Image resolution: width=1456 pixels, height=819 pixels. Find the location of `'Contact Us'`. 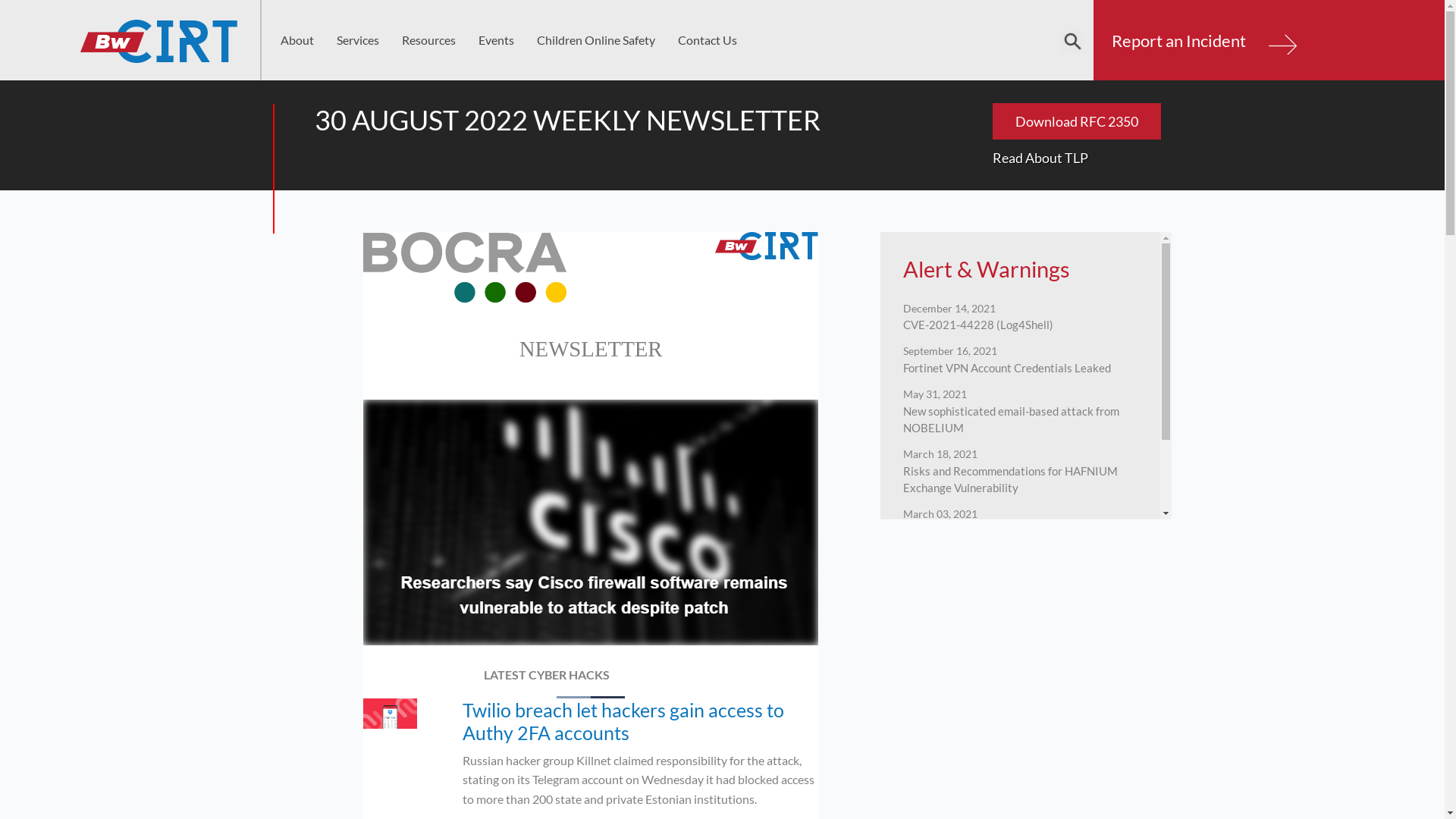

'Contact Us' is located at coordinates (706, 39).